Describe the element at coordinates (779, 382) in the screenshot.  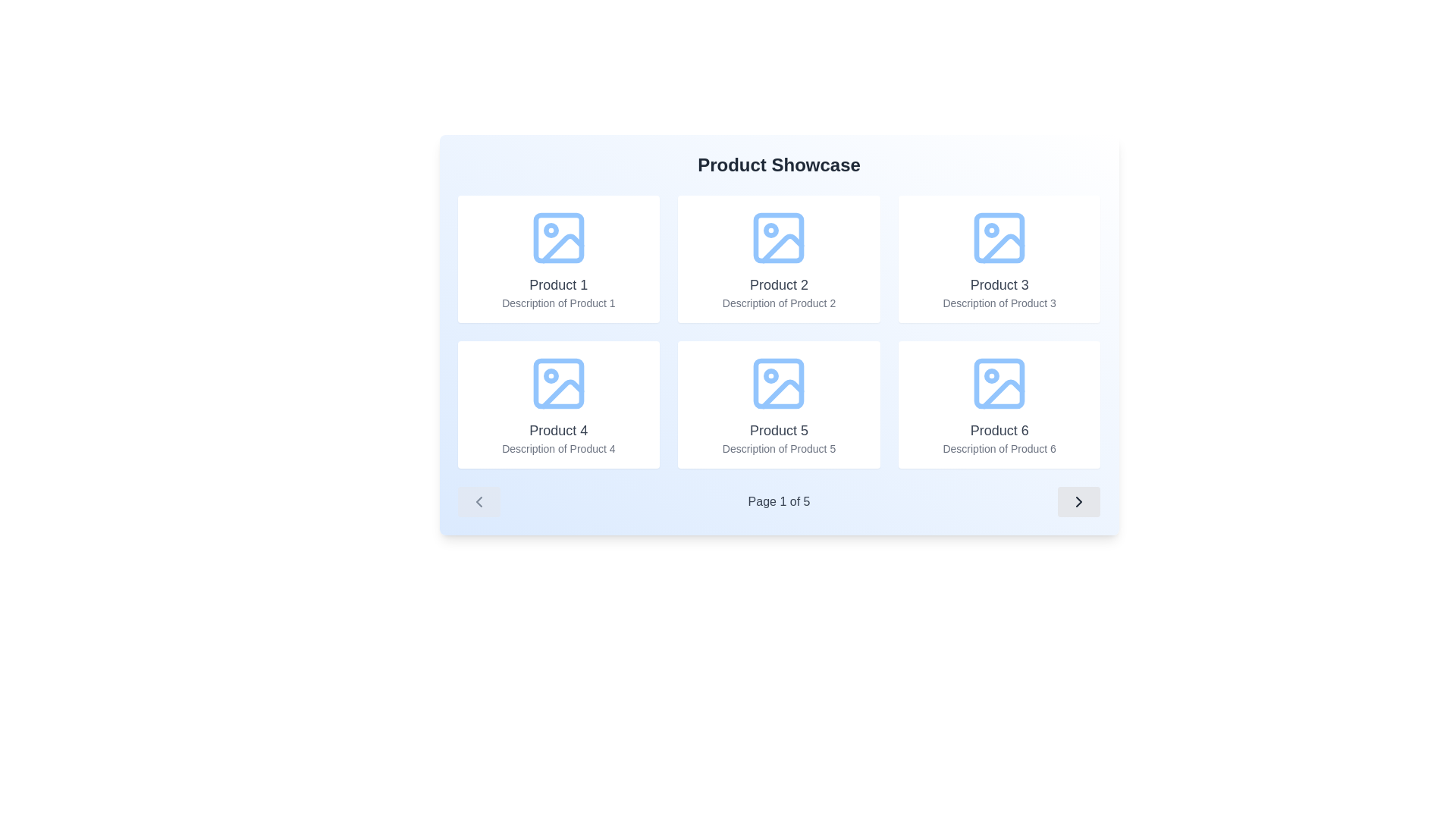
I see `the visual icon representing 'Product 5' located in the second row and third column of the grid layout` at that location.